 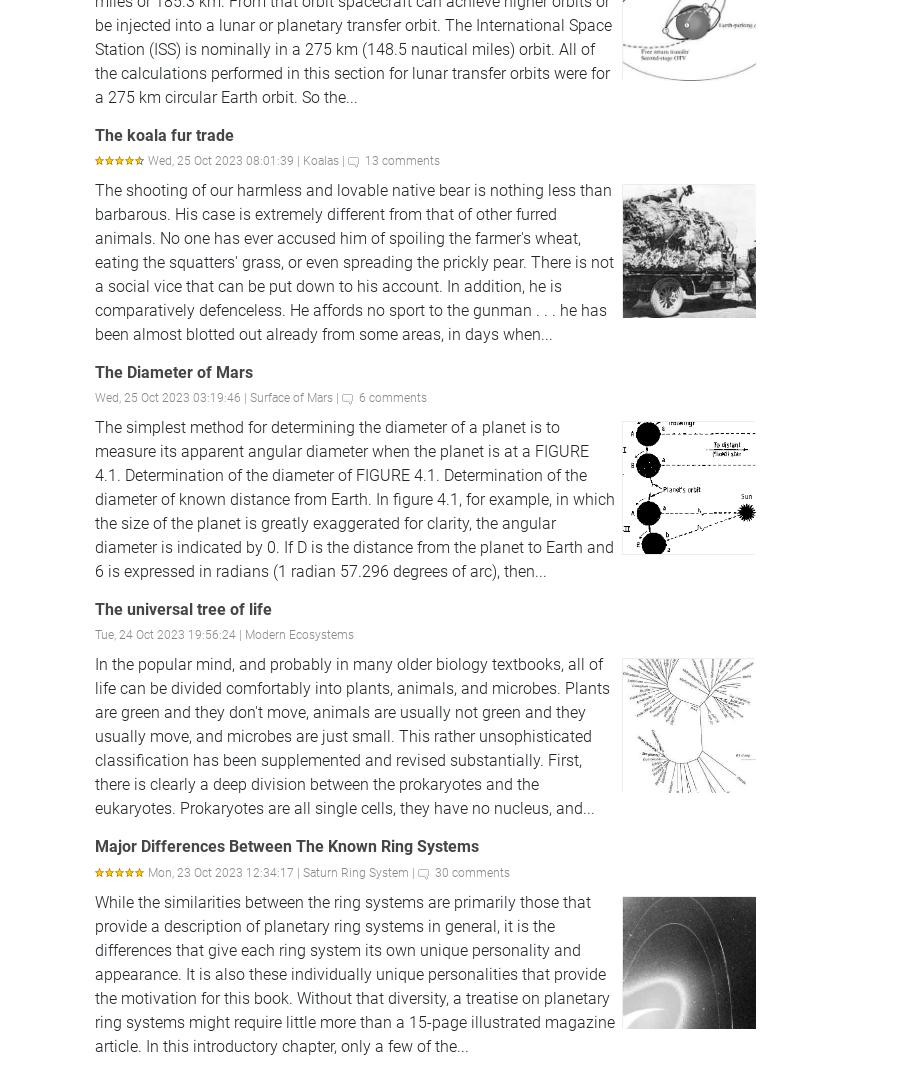 I want to click on 'Wed, 25 Oct 2023 03:19:46                                    |', so click(x=172, y=398).